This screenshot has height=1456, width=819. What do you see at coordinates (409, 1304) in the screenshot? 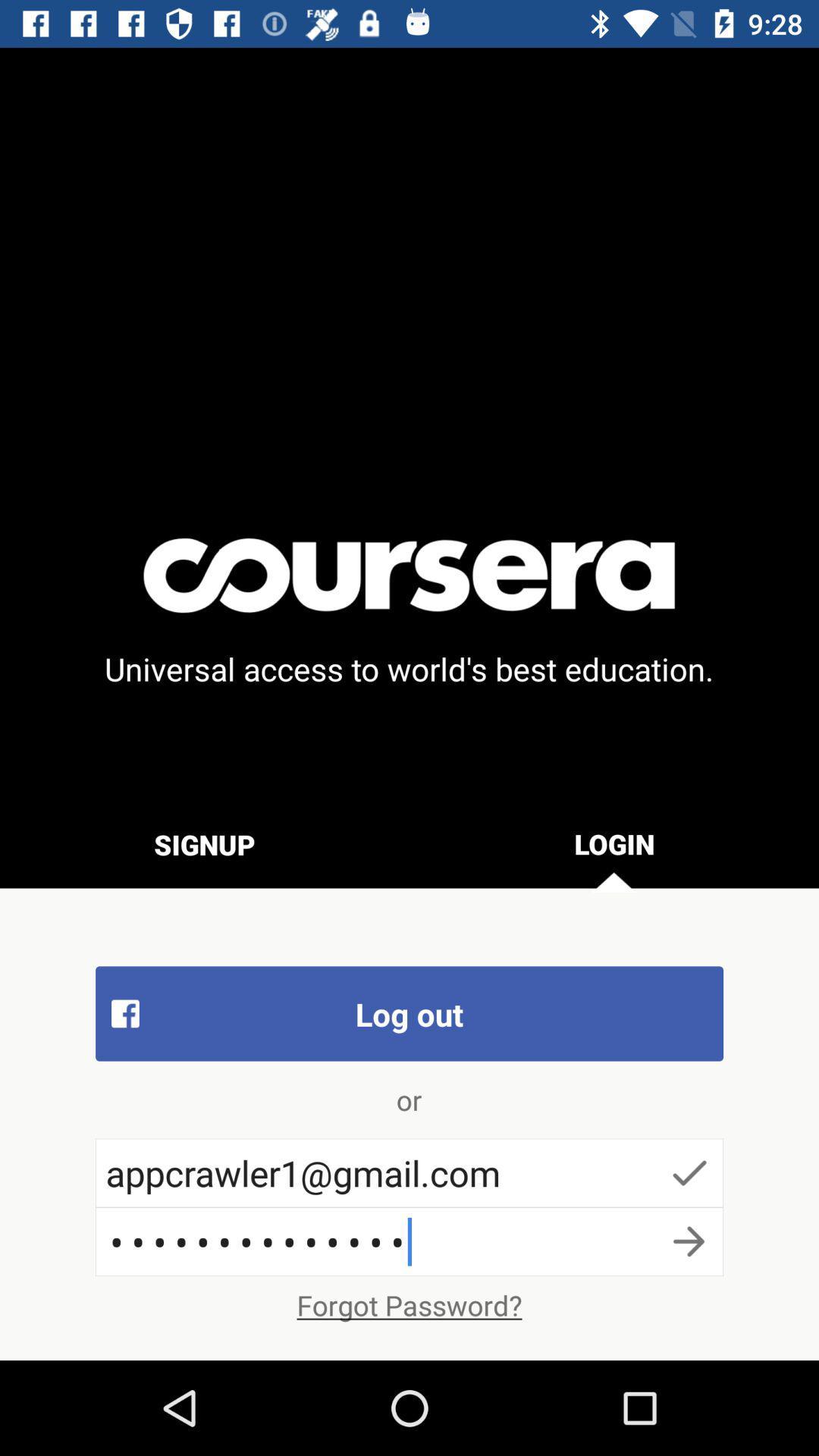
I see `the icon below the appcrawler3116` at bounding box center [409, 1304].